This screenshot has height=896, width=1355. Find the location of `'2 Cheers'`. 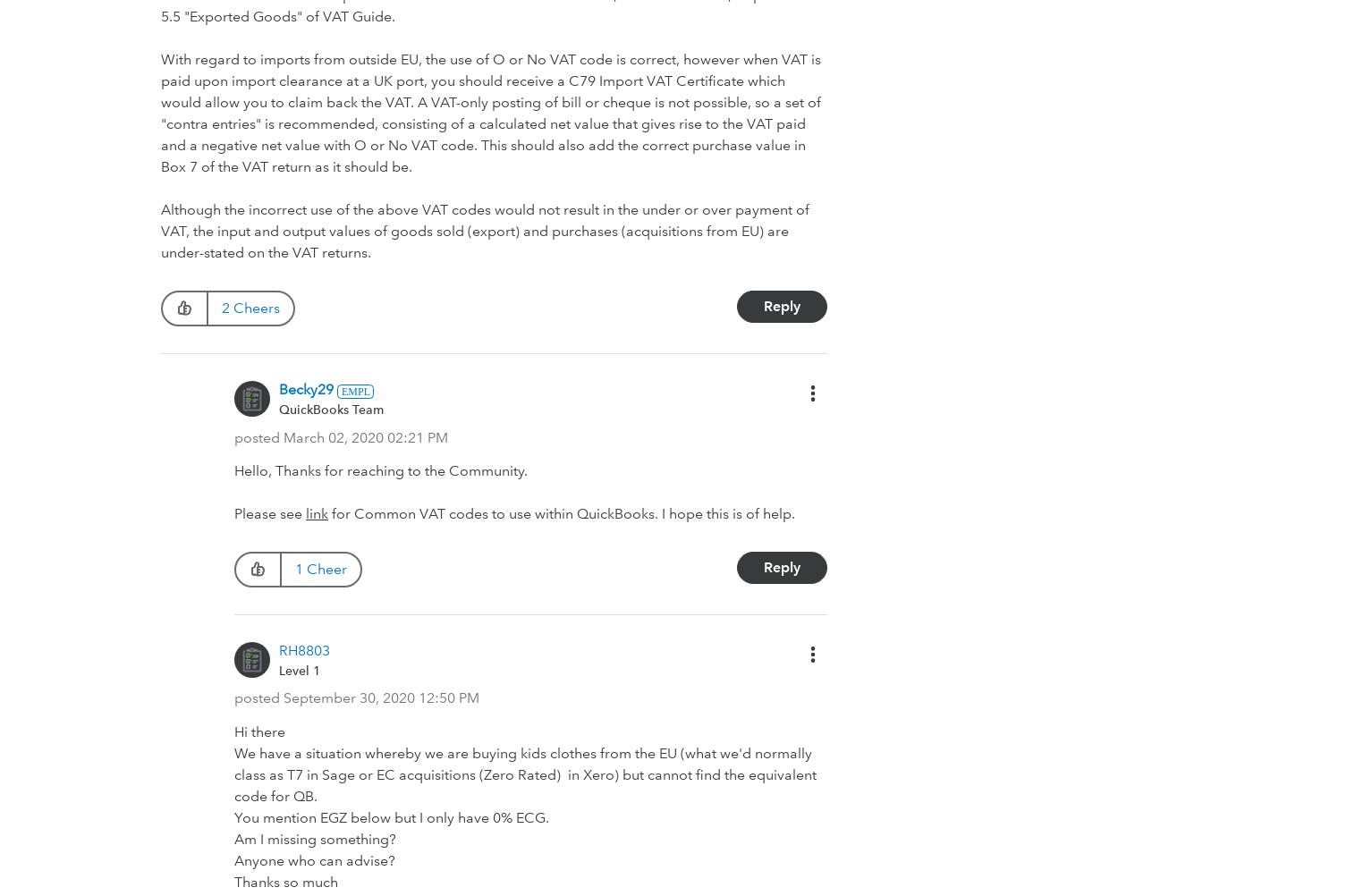

'2 Cheers' is located at coordinates (250, 308).